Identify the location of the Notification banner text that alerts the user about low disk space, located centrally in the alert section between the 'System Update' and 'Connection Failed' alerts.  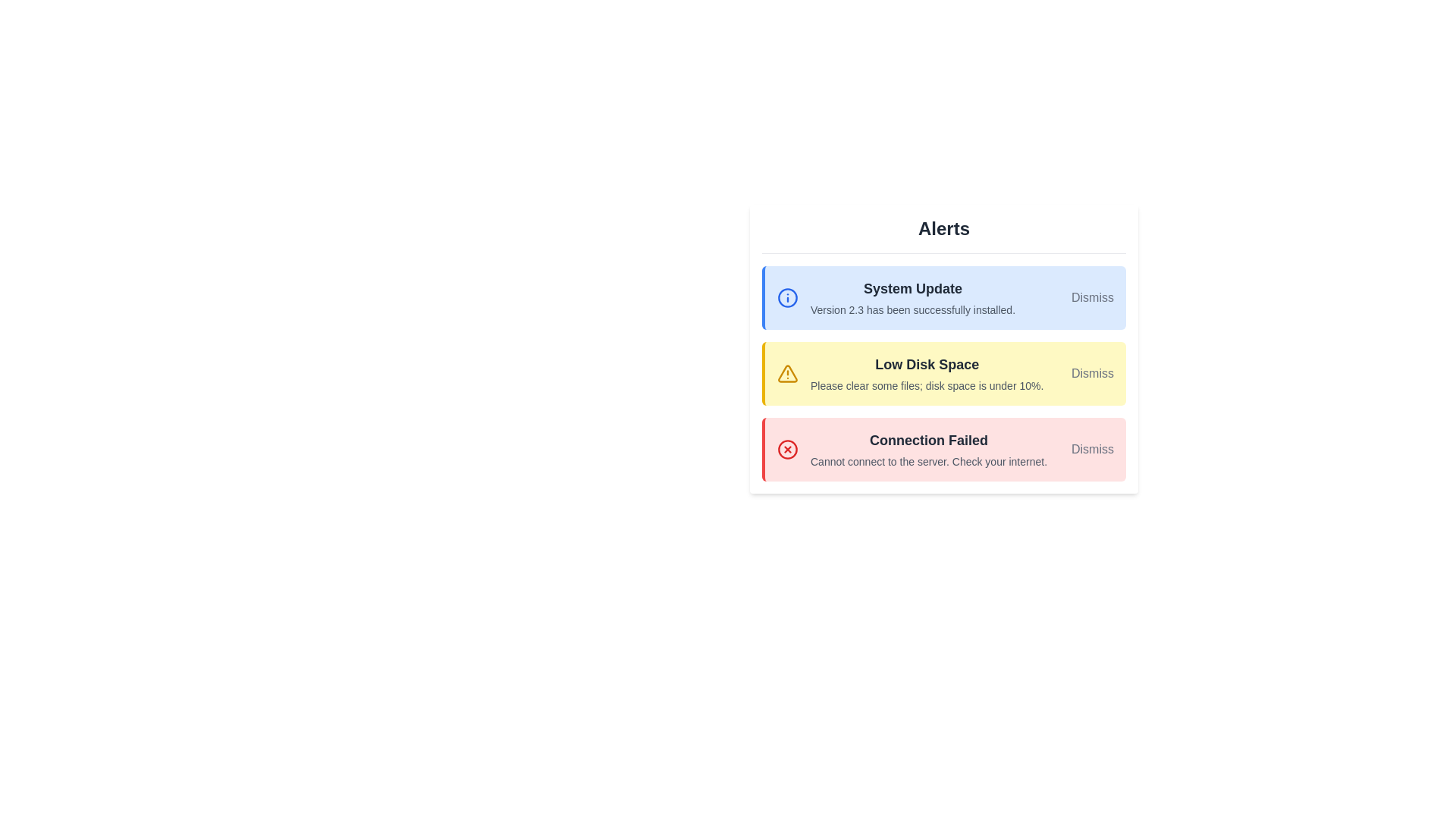
(926, 374).